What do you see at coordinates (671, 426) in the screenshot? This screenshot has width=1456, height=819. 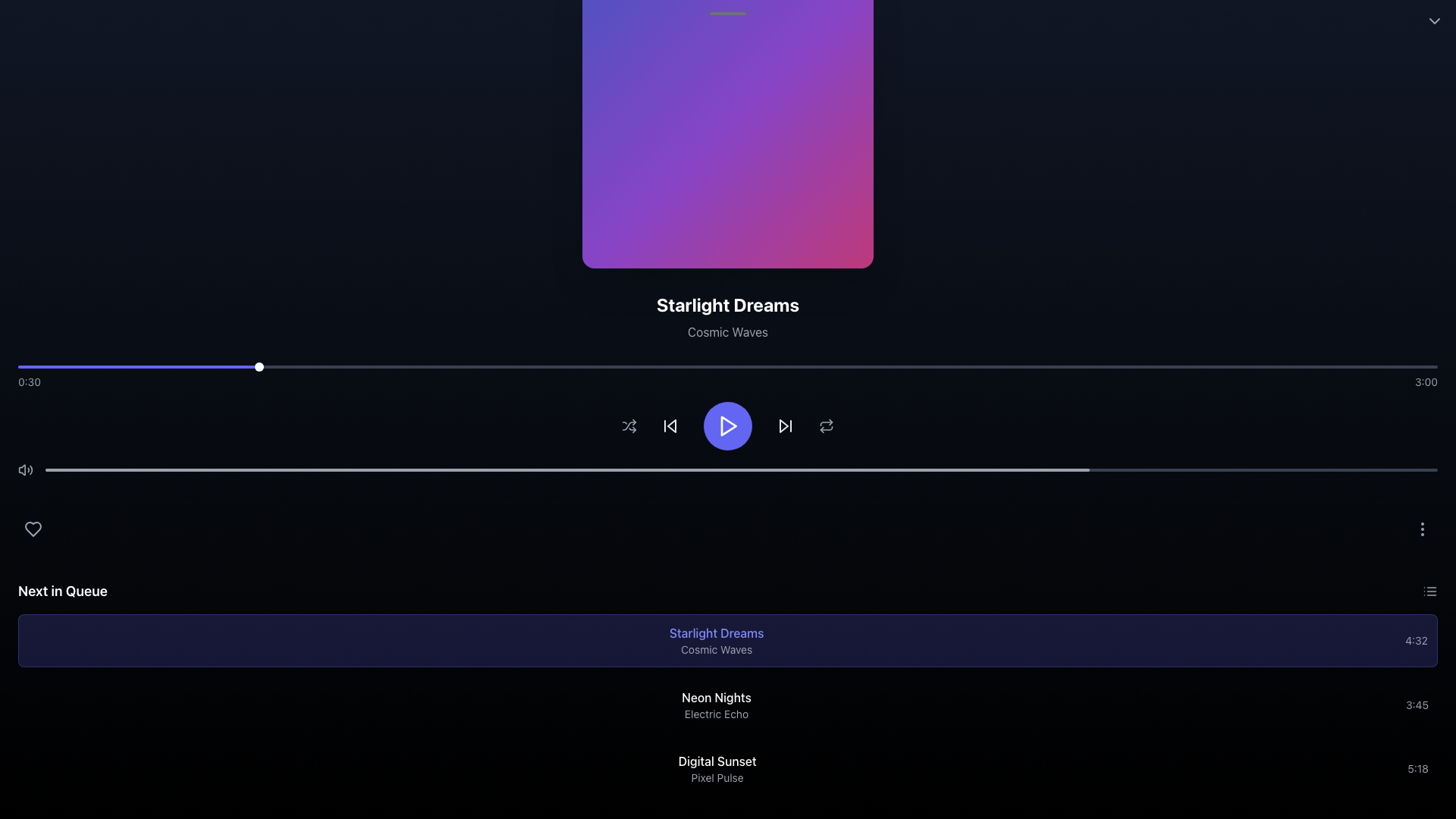 I see `the skip-back button in the music player's control bar` at bounding box center [671, 426].